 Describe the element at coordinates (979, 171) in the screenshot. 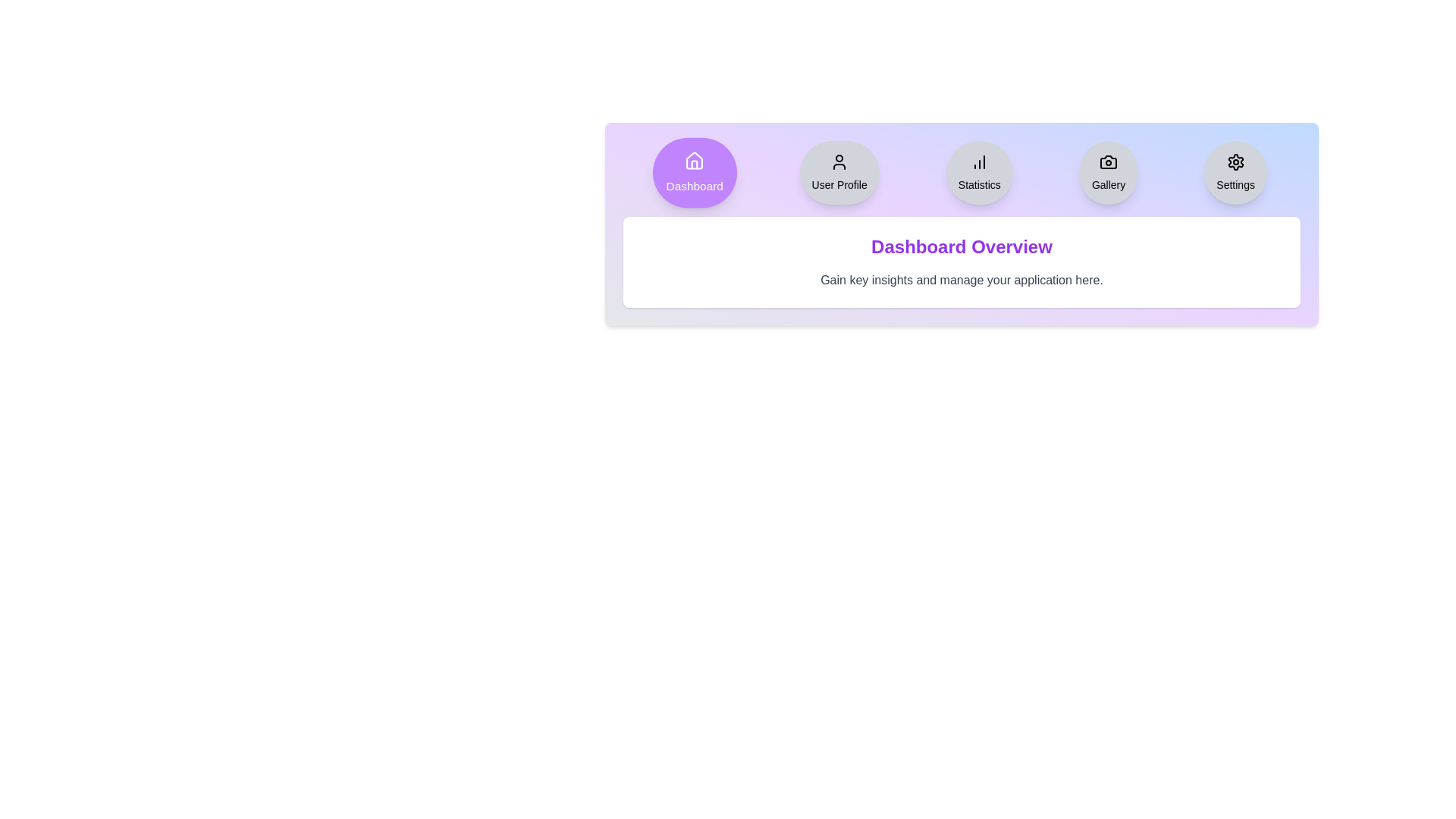

I see `the 'Statistics' navigation button, which is the third button from the left in a row of five` at that location.